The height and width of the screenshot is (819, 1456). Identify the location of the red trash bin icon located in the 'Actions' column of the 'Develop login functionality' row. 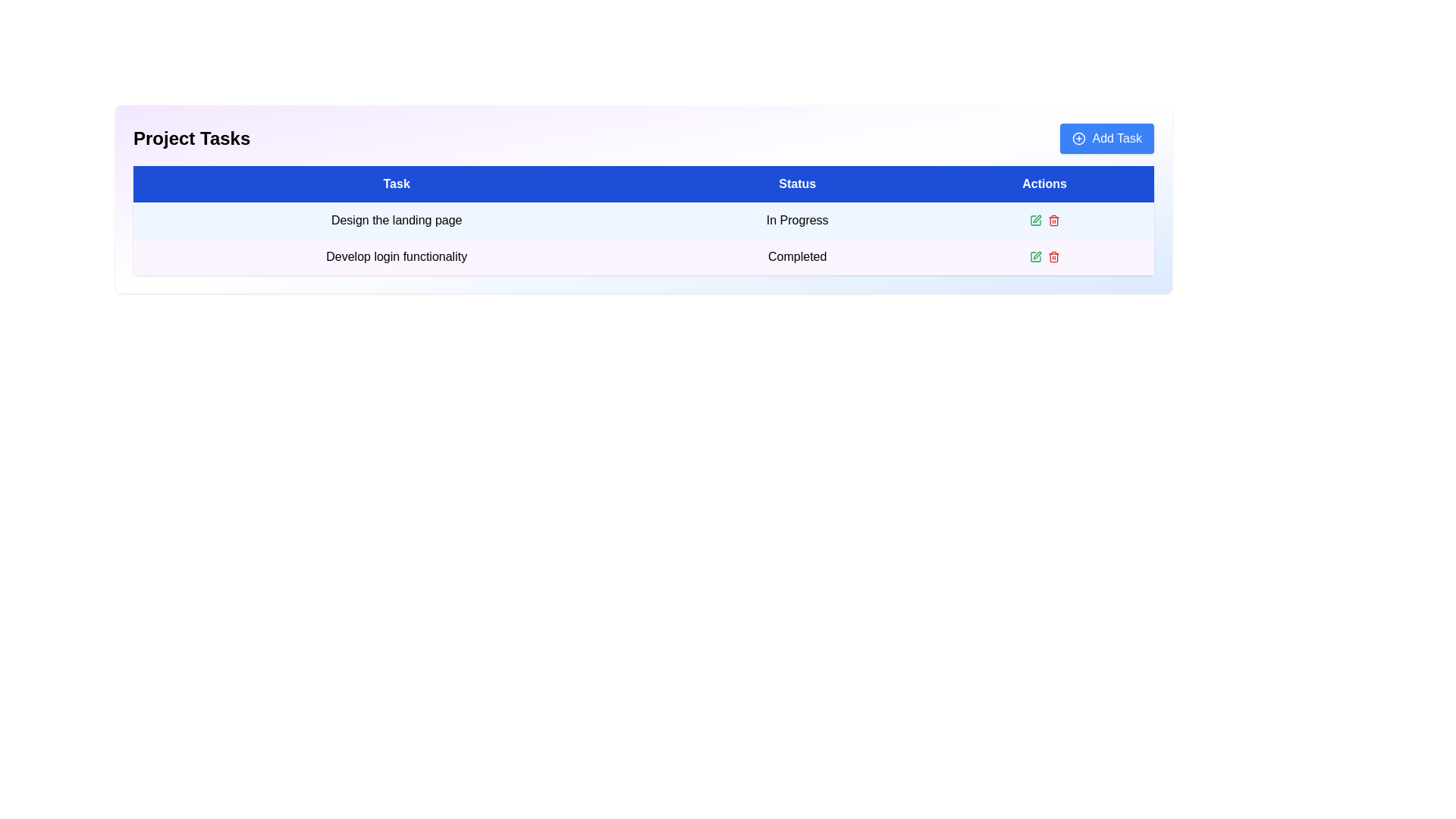
(1053, 256).